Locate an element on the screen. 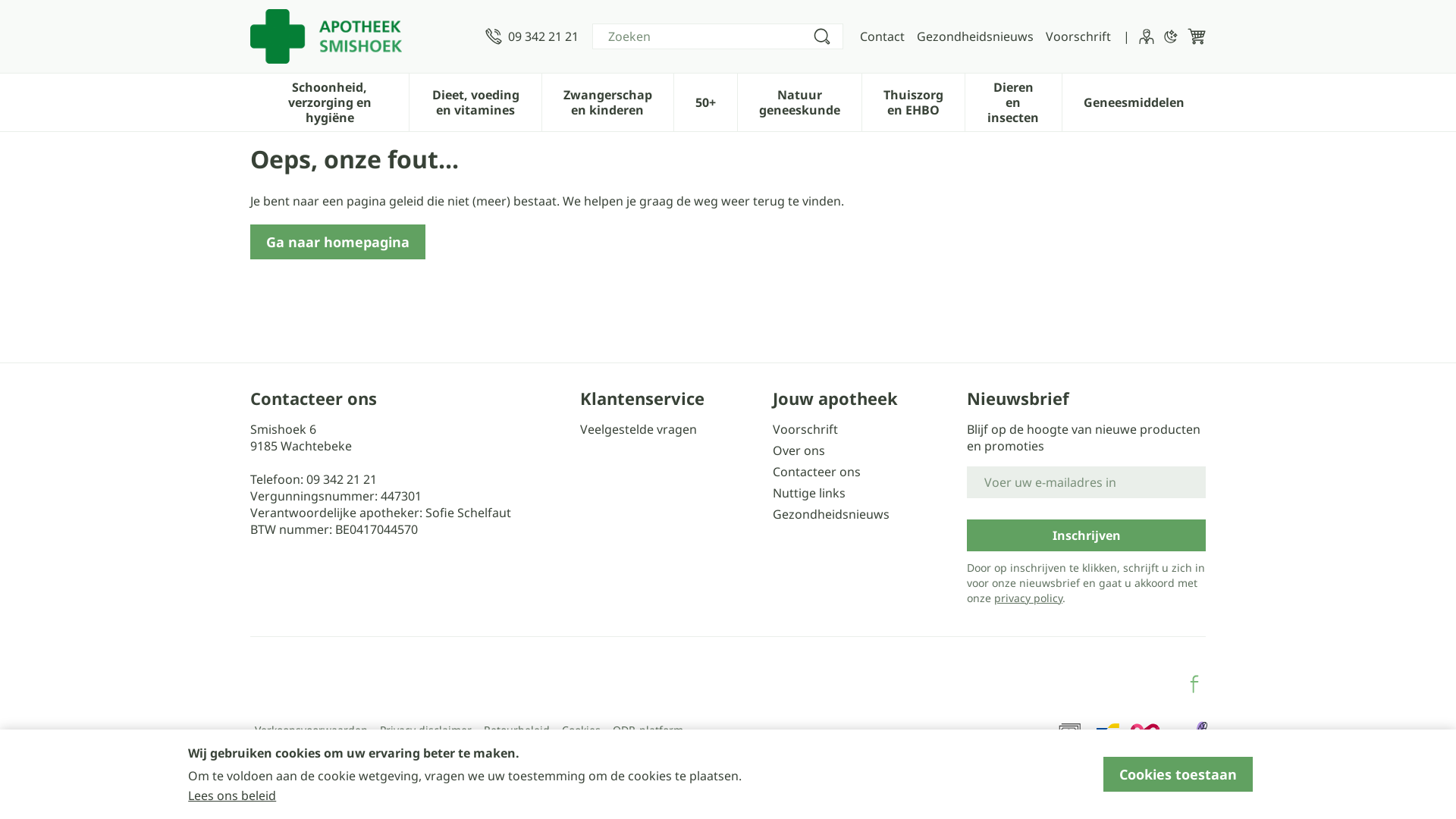 This screenshot has width=1456, height=819. '50+' is located at coordinates (704, 100).